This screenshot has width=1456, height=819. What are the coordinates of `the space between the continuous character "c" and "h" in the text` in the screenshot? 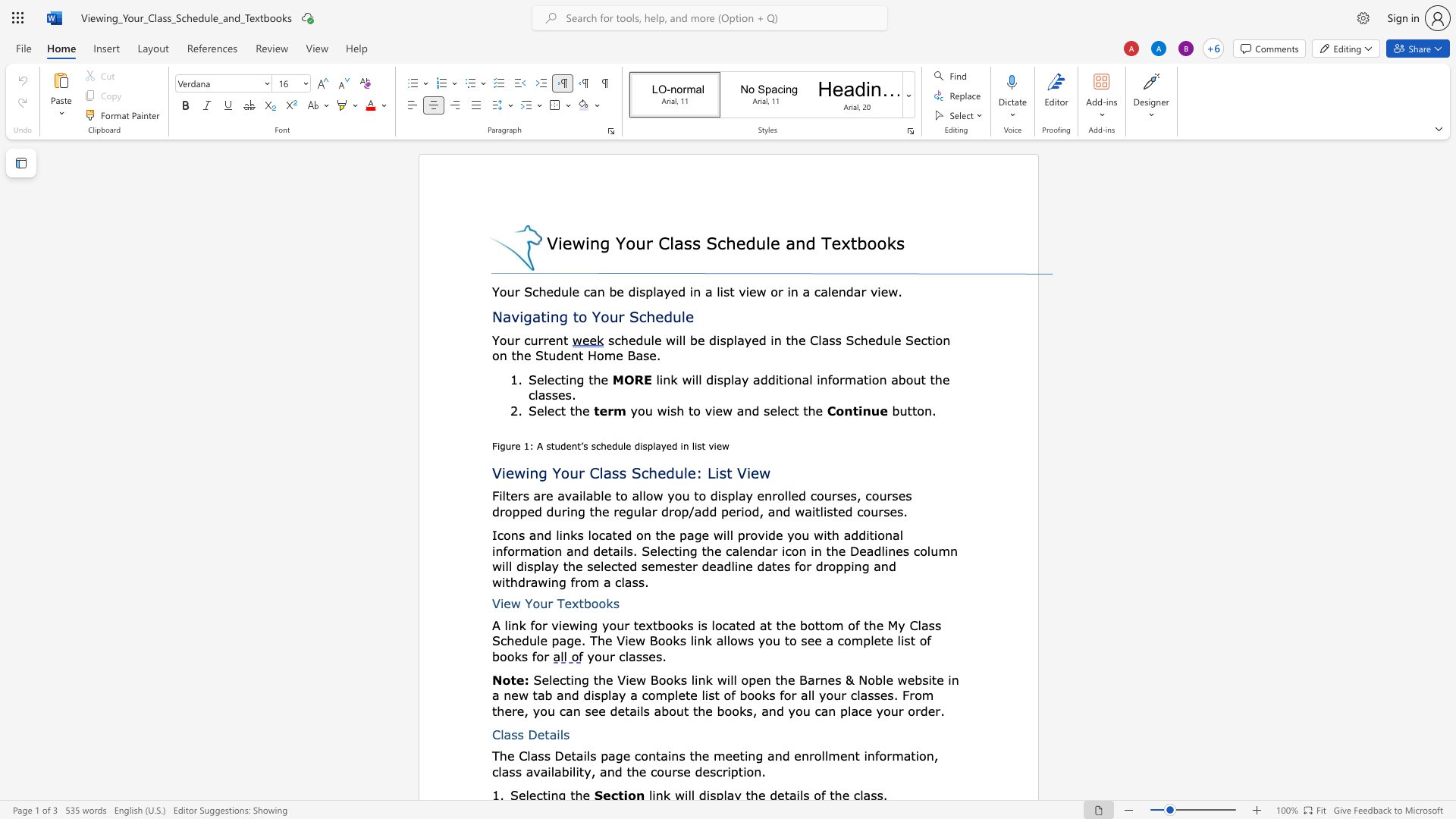 It's located at (647, 315).